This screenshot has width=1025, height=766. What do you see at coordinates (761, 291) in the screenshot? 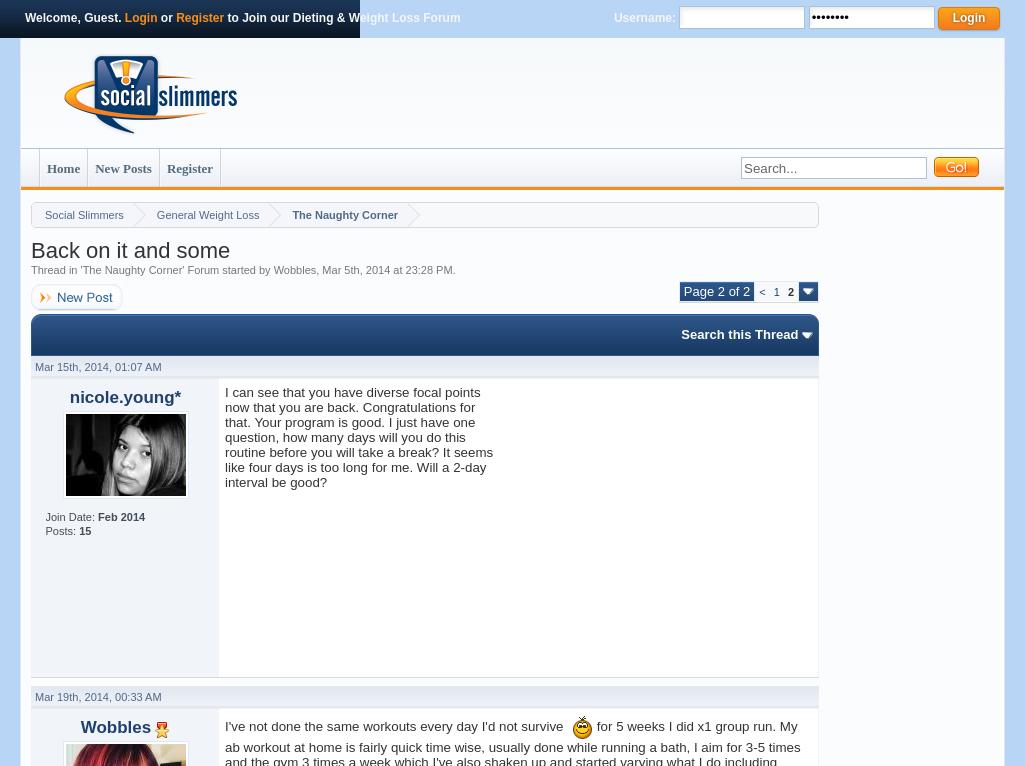
I see `'<'` at bounding box center [761, 291].